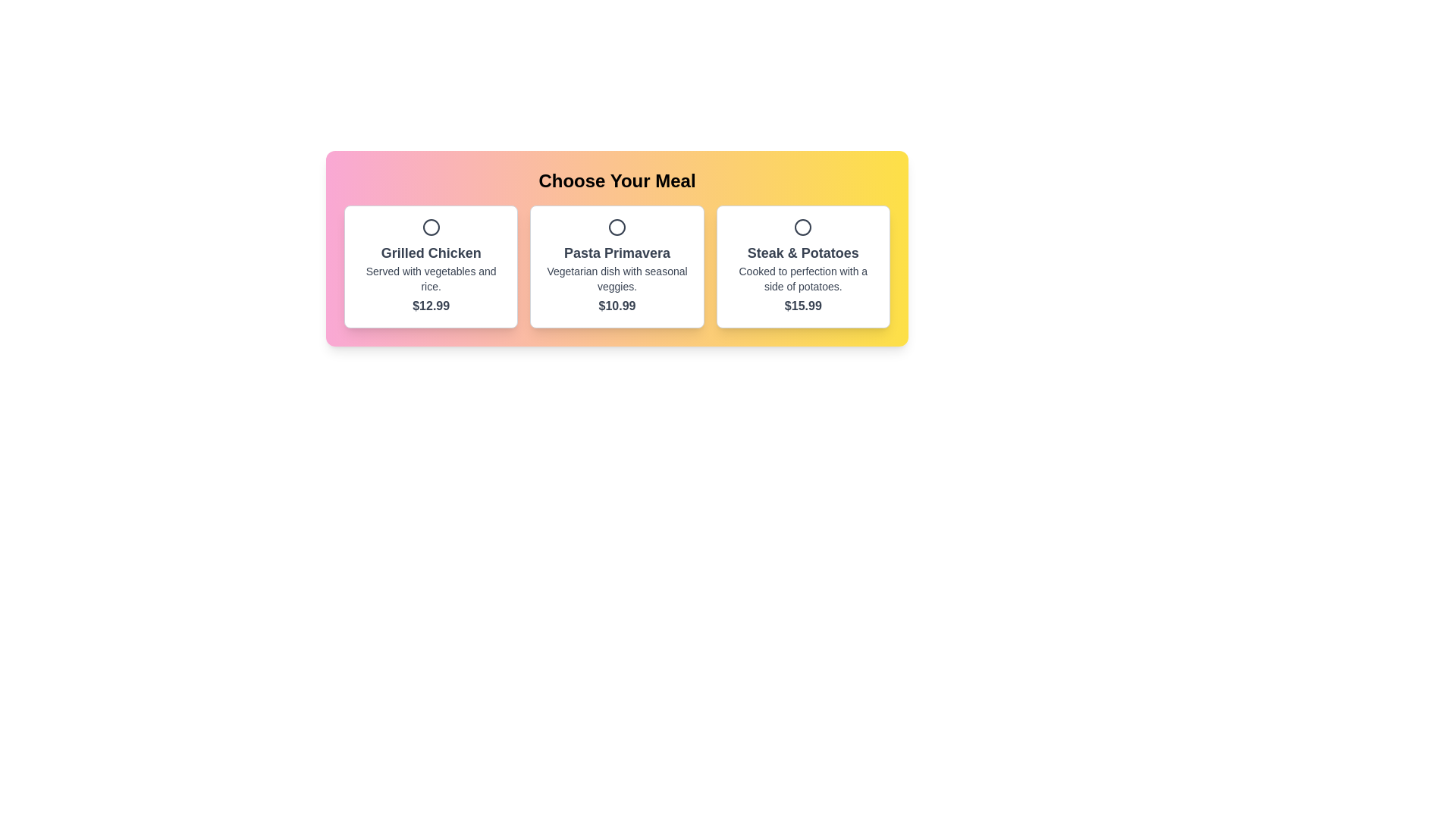  Describe the element at coordinates (430, 227) in the screenshot. I see `the selection marker icon (circle) associated with the 'Grilled Chicken' meal option` at that location.